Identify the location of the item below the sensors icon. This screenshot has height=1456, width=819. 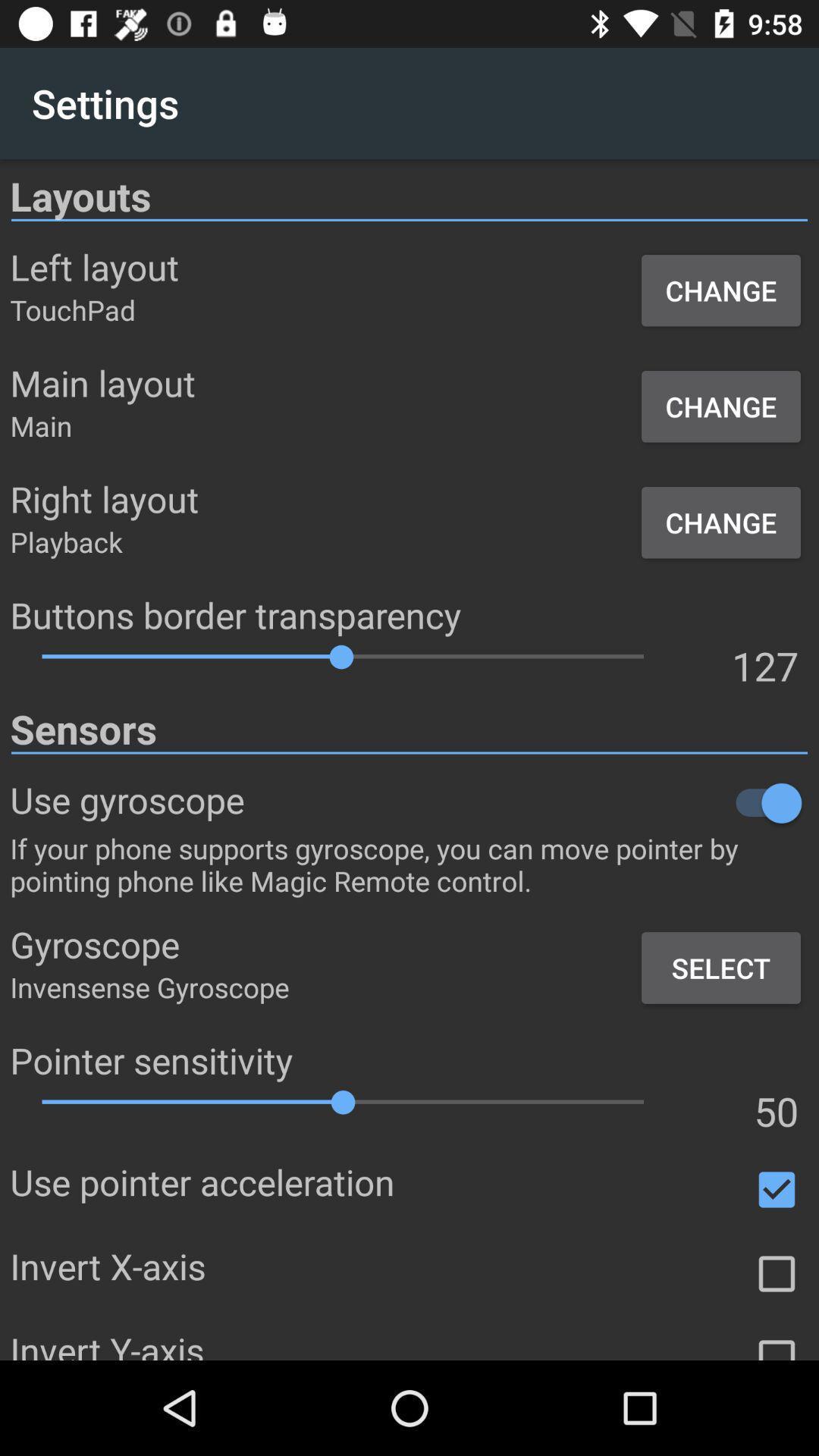
(526, 802).